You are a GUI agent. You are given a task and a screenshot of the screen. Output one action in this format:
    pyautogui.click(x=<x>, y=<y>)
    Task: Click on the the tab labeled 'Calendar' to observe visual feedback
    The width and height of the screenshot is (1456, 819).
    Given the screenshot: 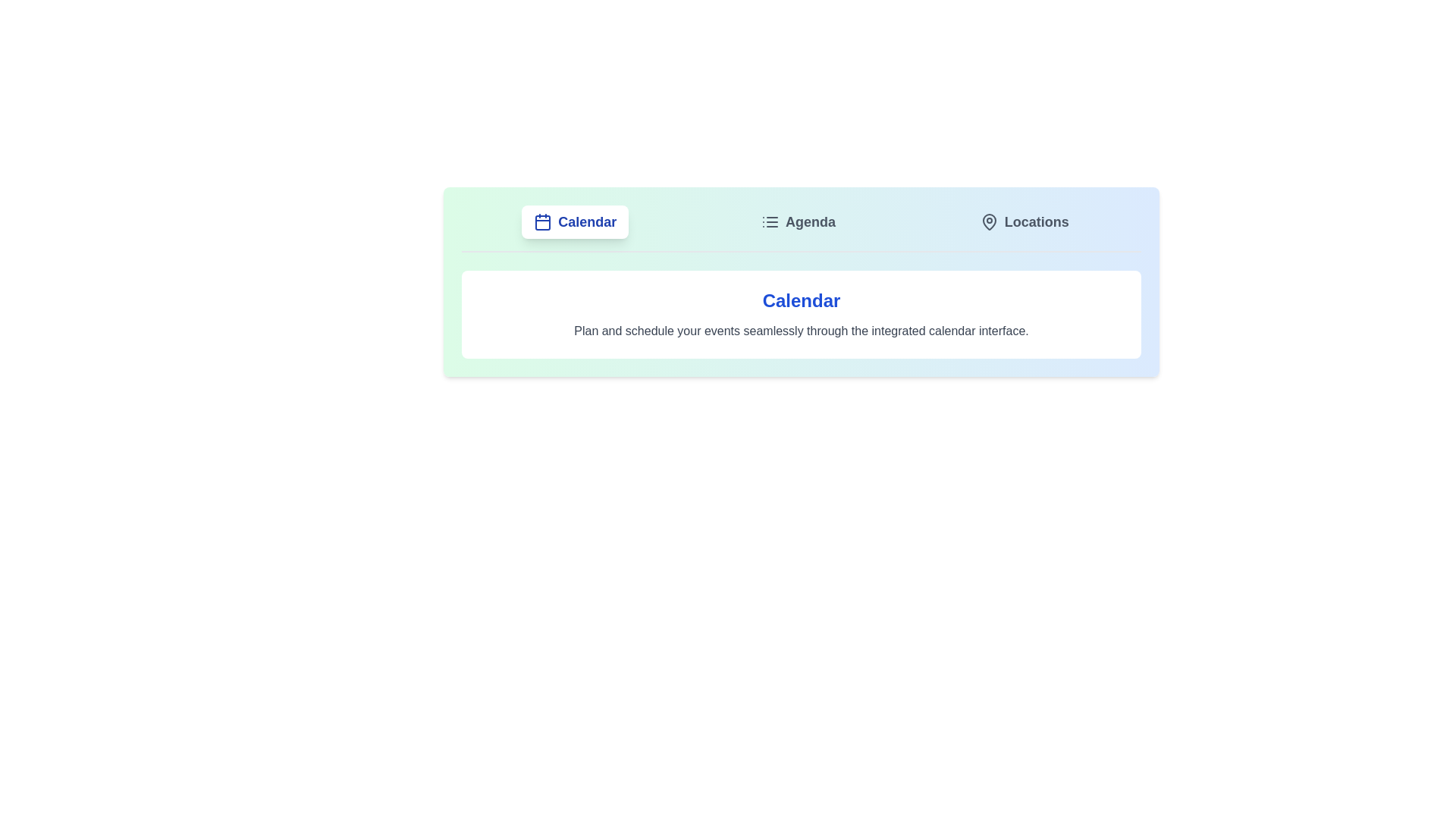 What is the action you would take?
    pyautogui.click(x=574, y=222)
    